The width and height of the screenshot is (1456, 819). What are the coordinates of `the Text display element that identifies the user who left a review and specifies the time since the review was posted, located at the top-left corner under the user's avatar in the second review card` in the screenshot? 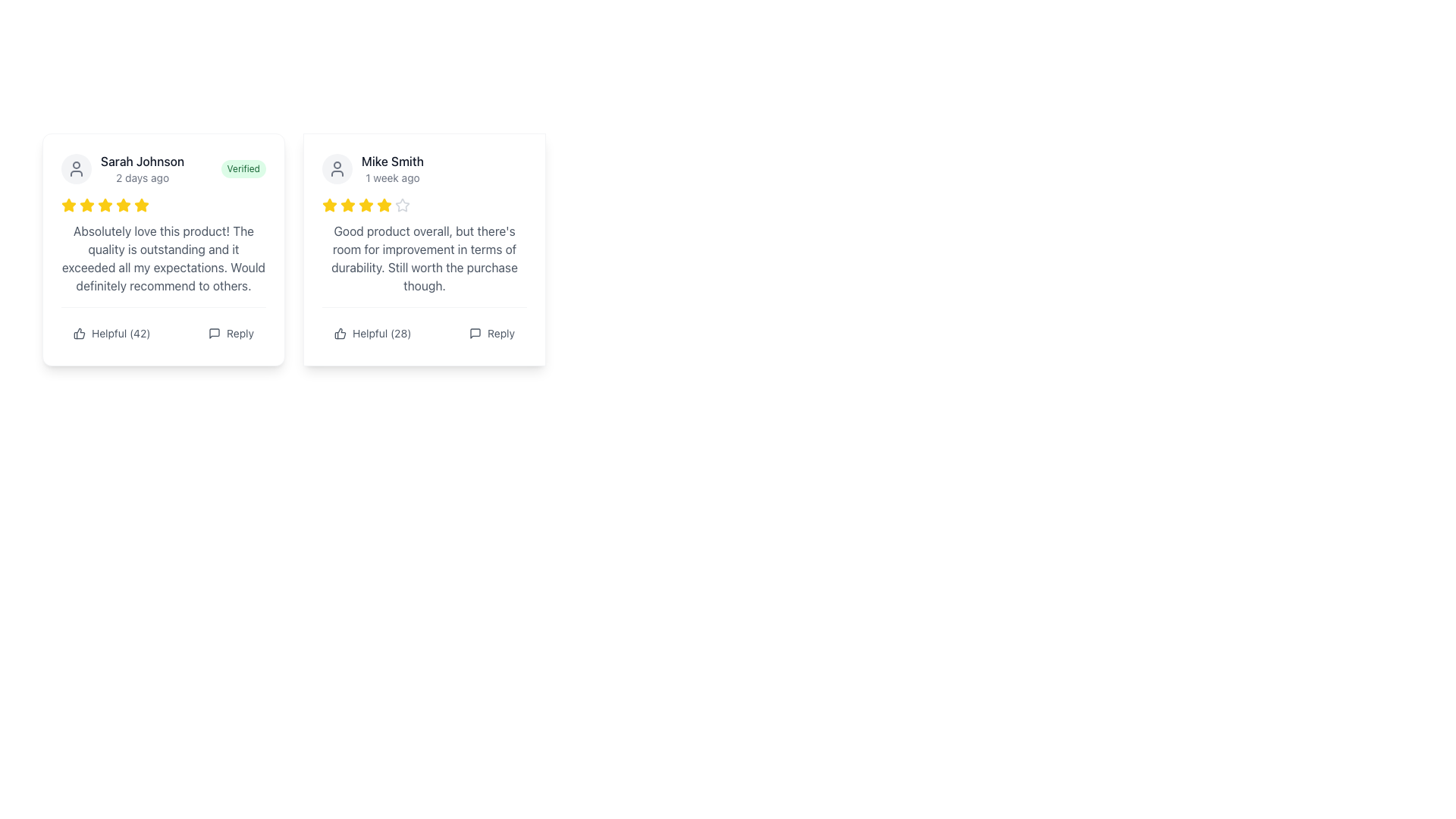 It's located at (393, 169).